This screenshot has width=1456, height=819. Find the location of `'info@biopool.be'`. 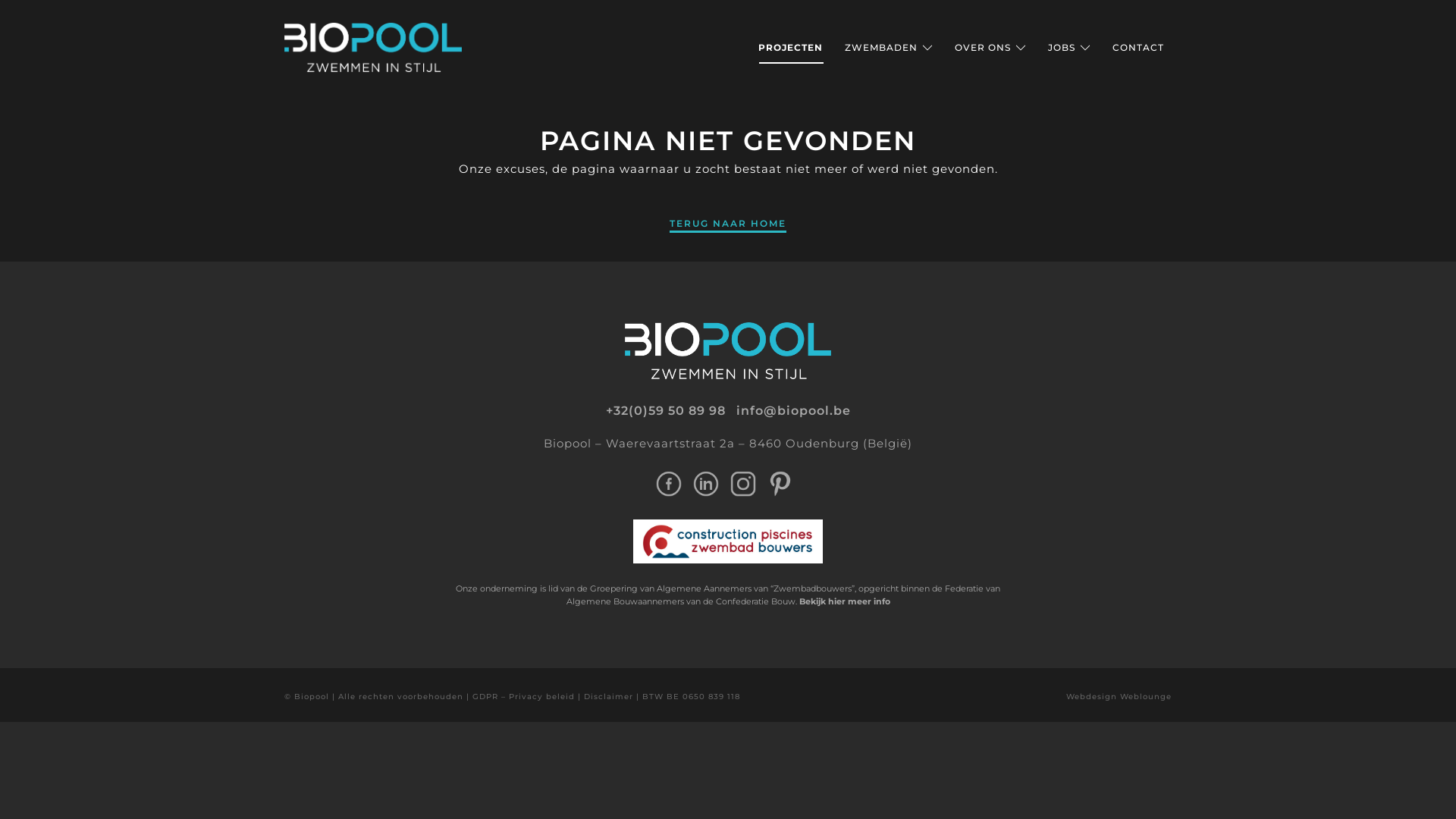

'info@biopool.be' is located at coordinates (792, 411).